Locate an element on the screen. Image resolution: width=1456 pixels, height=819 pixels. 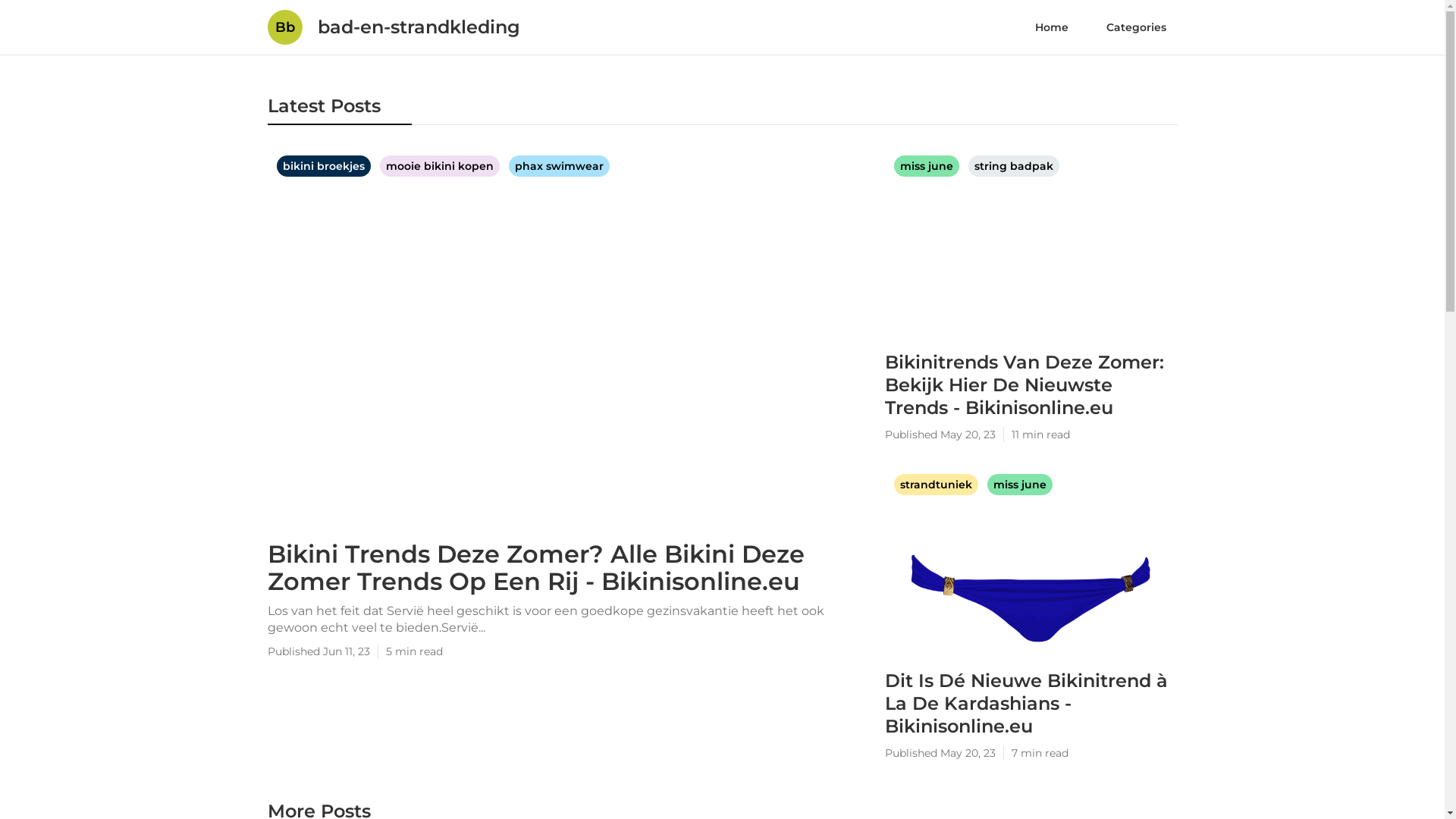
'mooie bikini kopen' is located at coordinates (439, 166).